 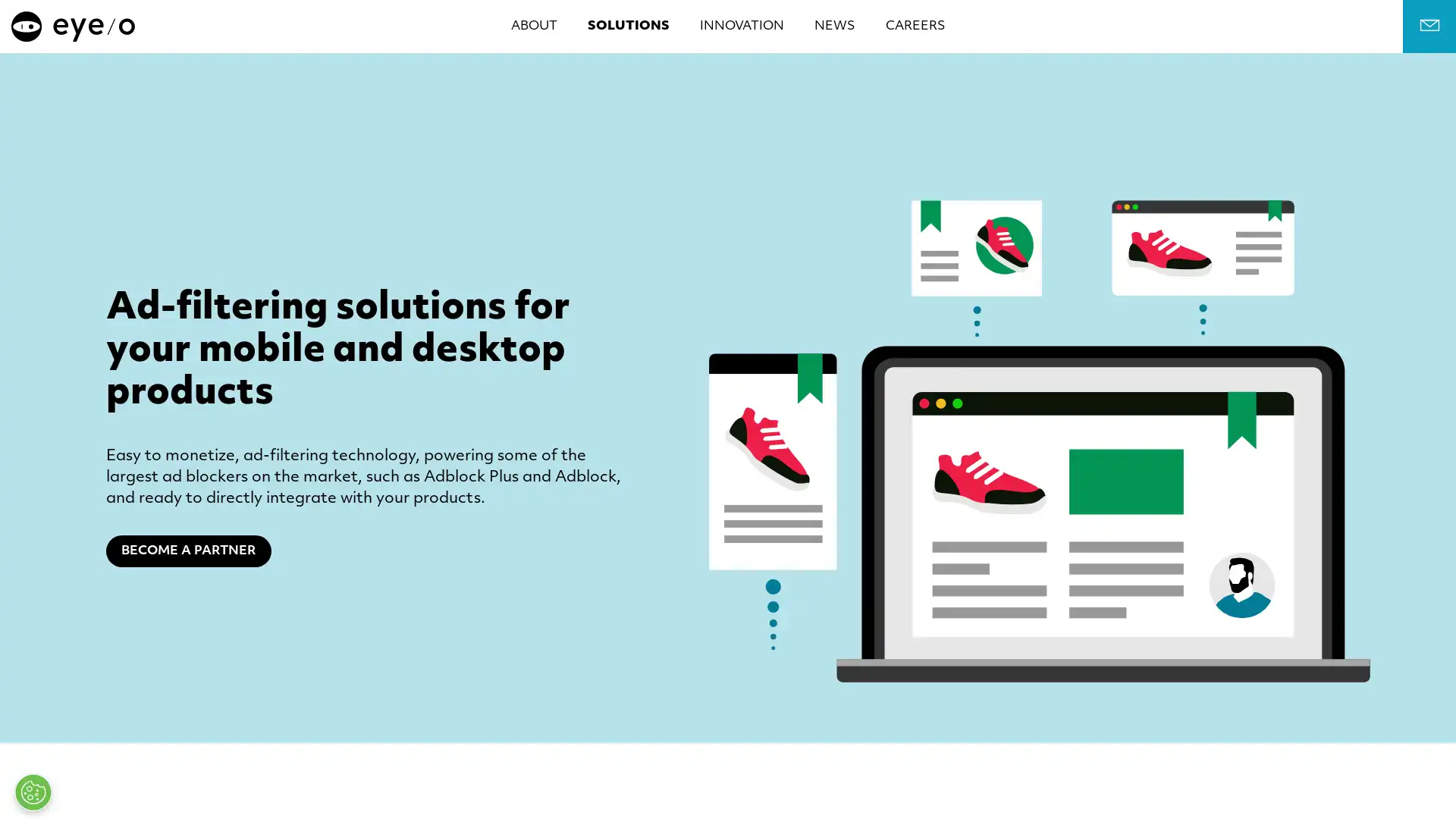 What do you see at coordinates (33, 792) in the screenshot?
I see `Open Preferences` at bounding box center [33, 792].